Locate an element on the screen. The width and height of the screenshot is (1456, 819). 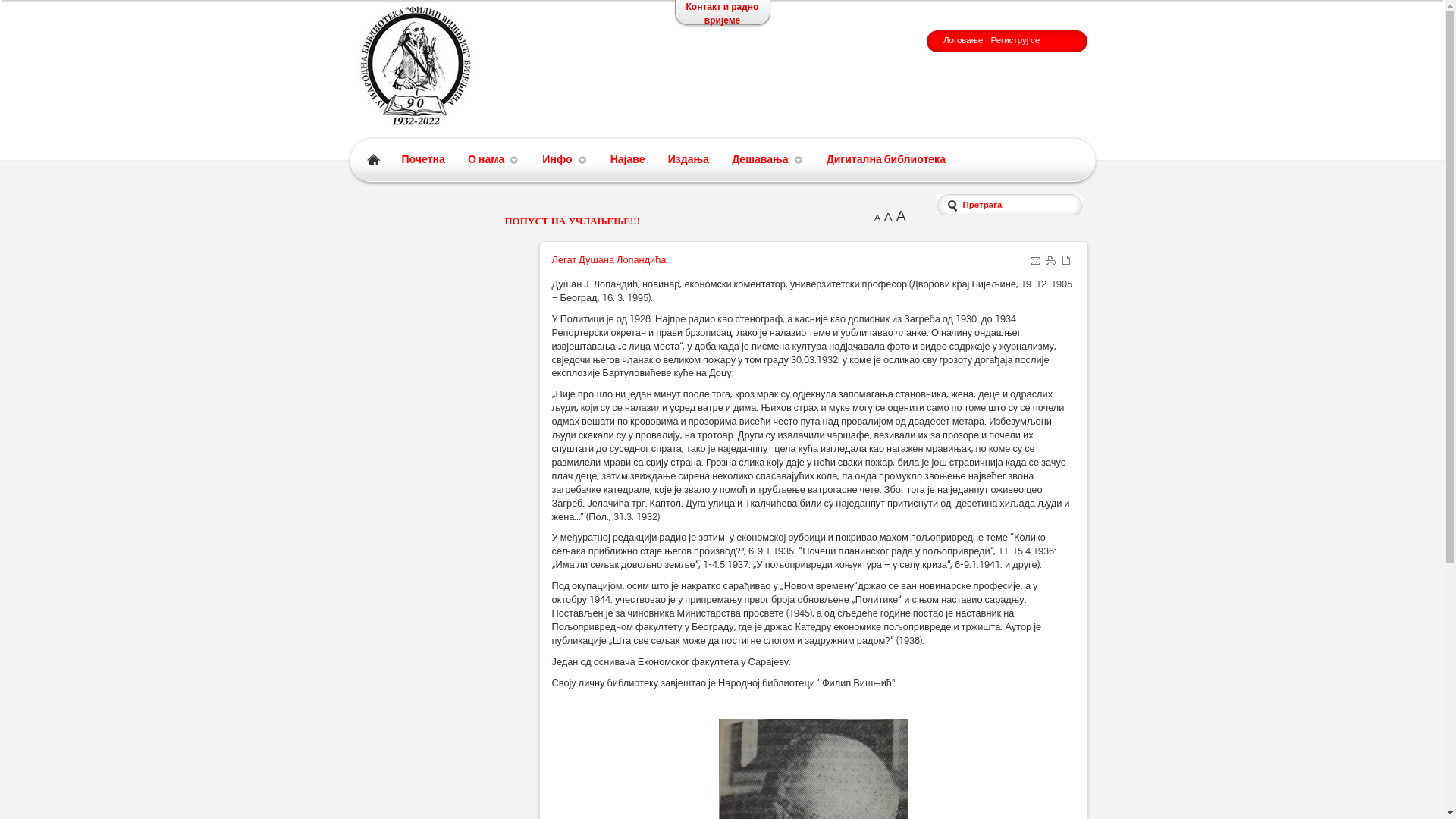
'A' is located at coordinates (888, 216).